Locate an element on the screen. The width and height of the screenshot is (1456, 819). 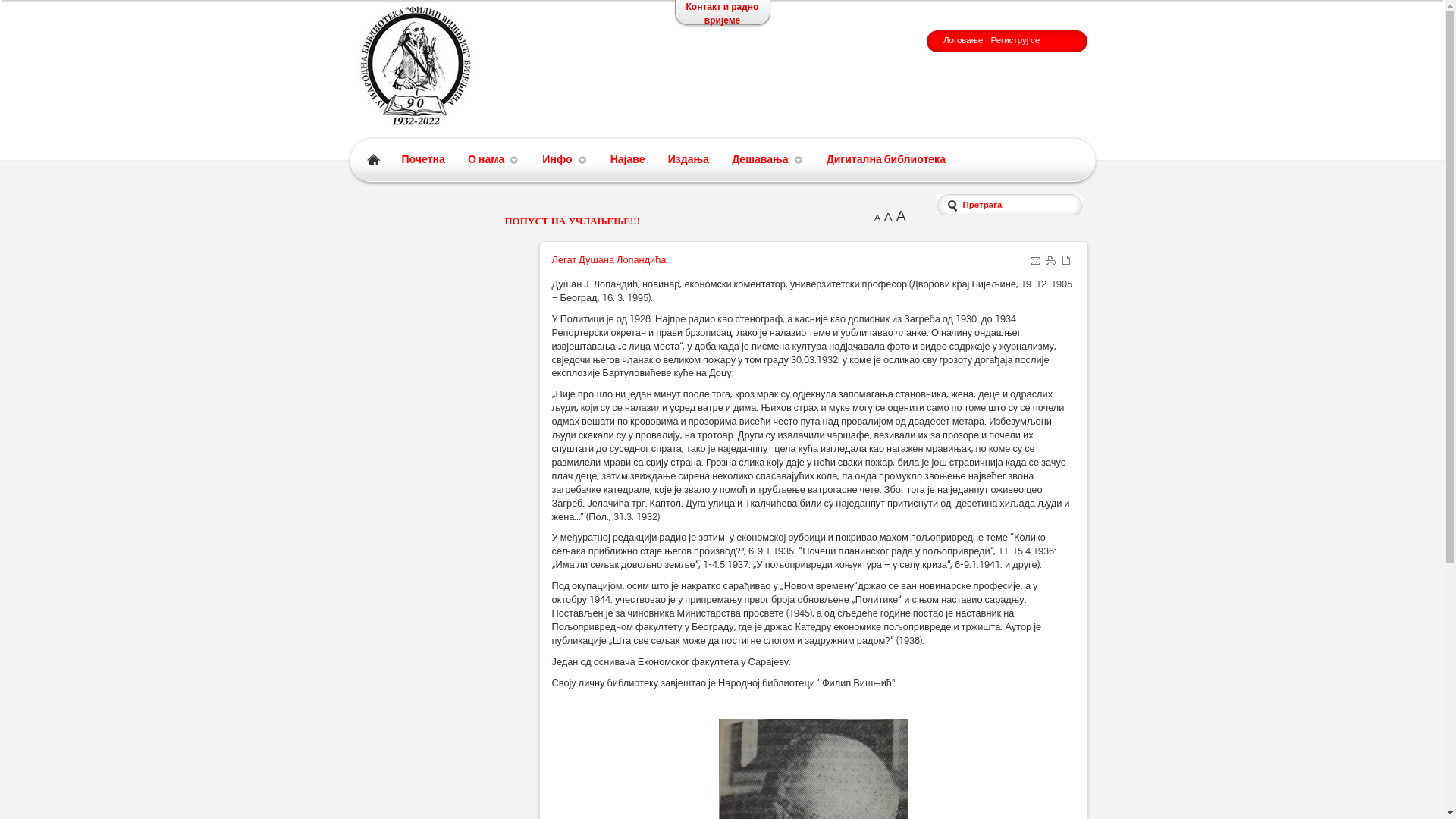
'A' is located at coordinates (888, 216).